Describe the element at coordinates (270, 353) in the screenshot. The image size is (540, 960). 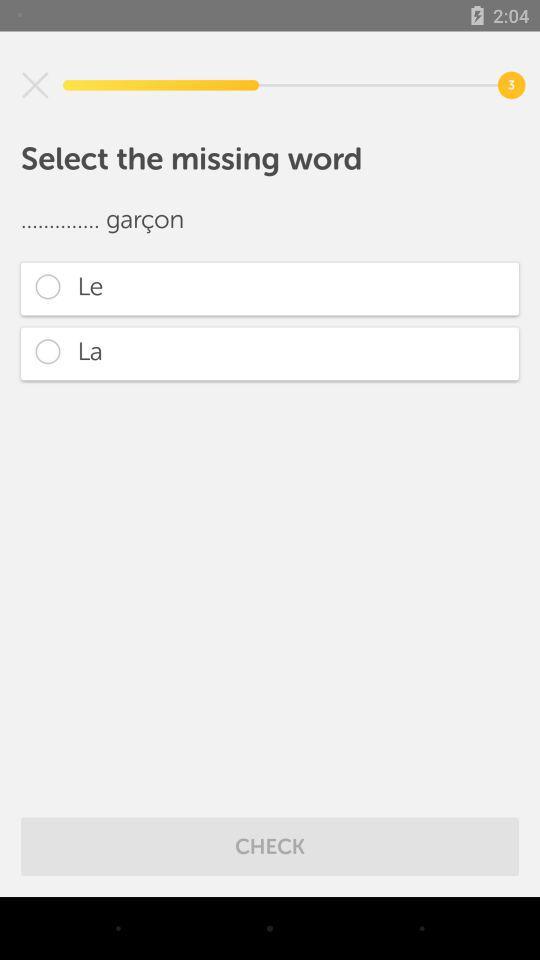
I see `la icon` at that location.